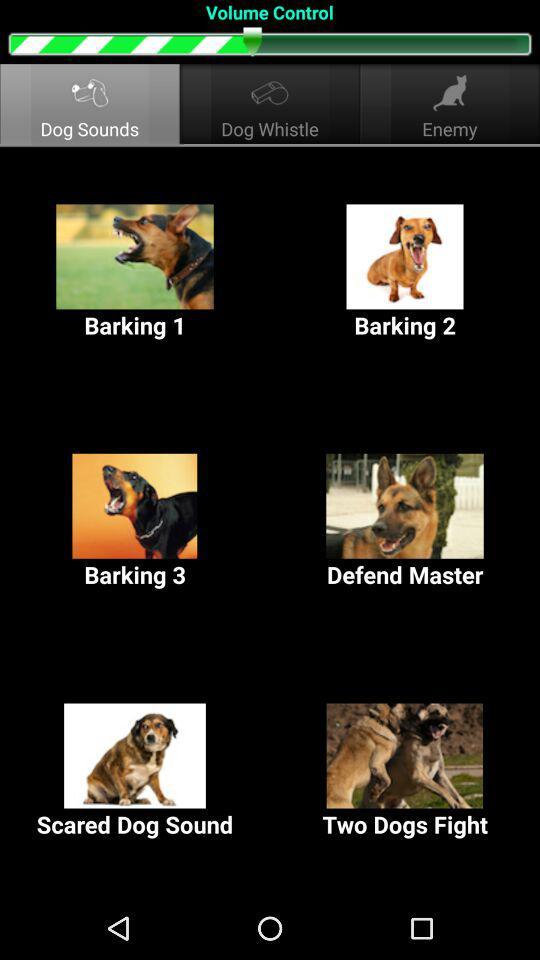  I want to click on the item below the barking 1 button, so click(405, 521).